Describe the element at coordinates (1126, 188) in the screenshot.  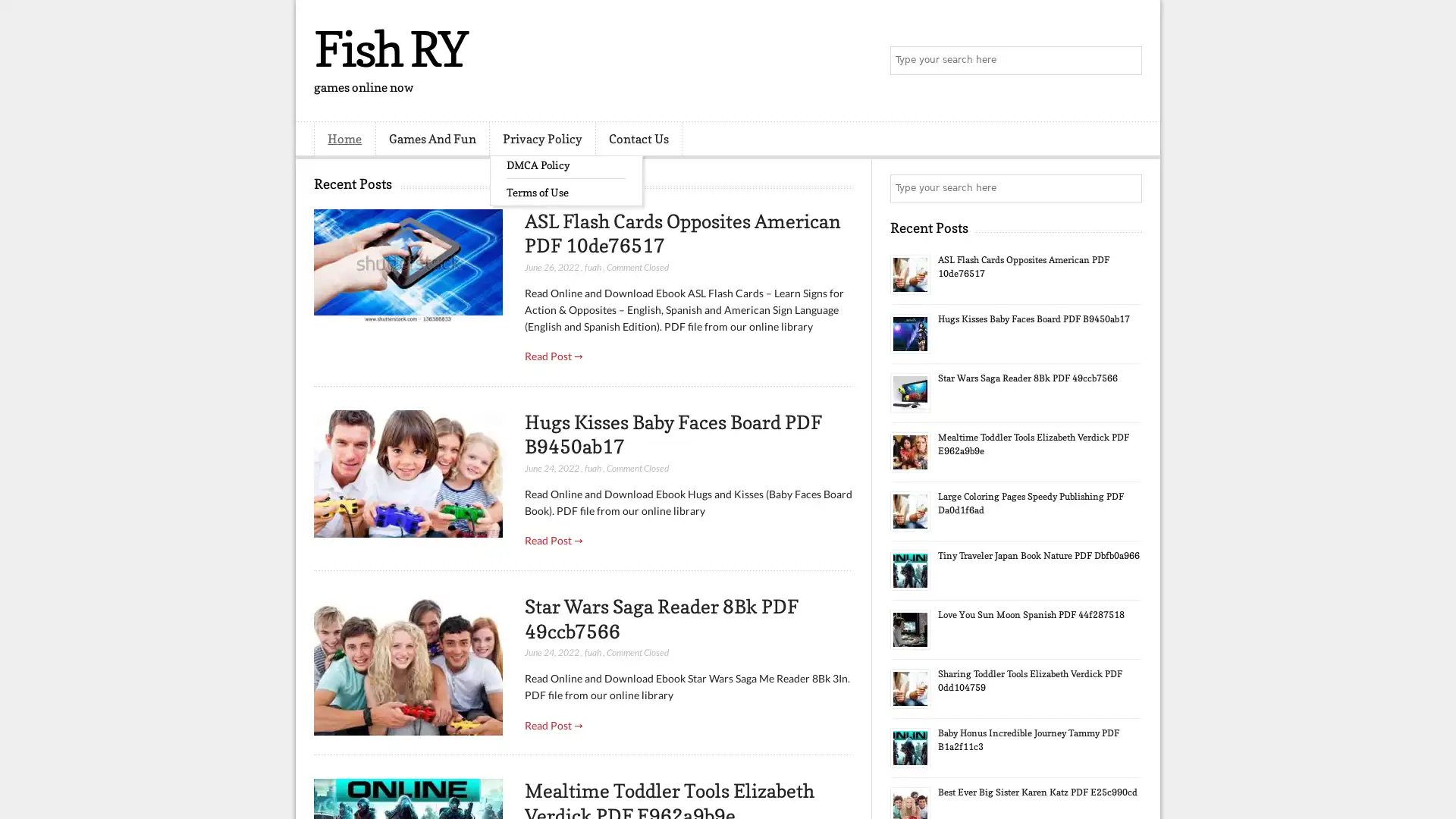
I see `Search` at that location.